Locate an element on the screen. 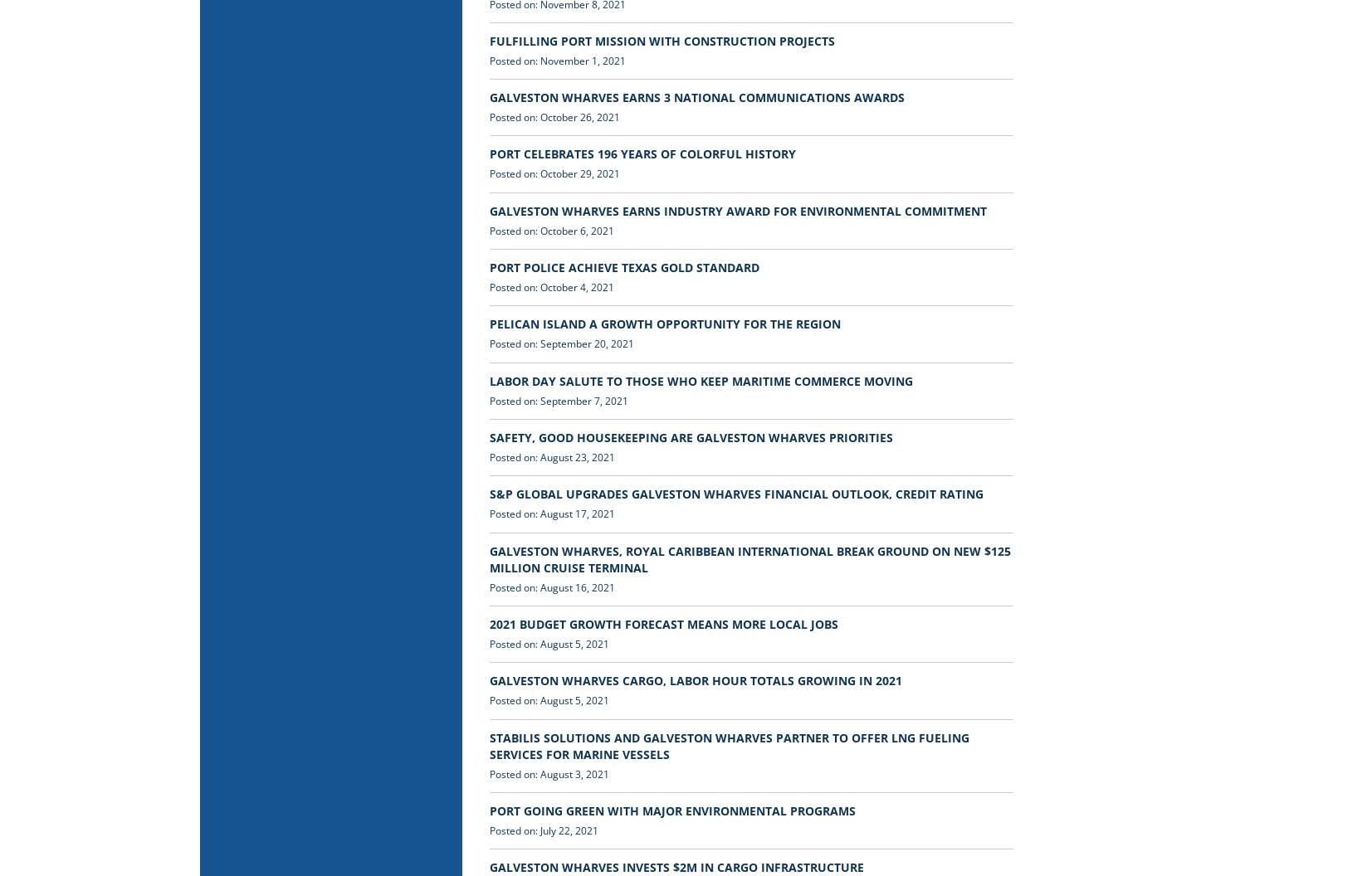  'Posted on: July 22, 2021' is located at coordinates (488, 830).